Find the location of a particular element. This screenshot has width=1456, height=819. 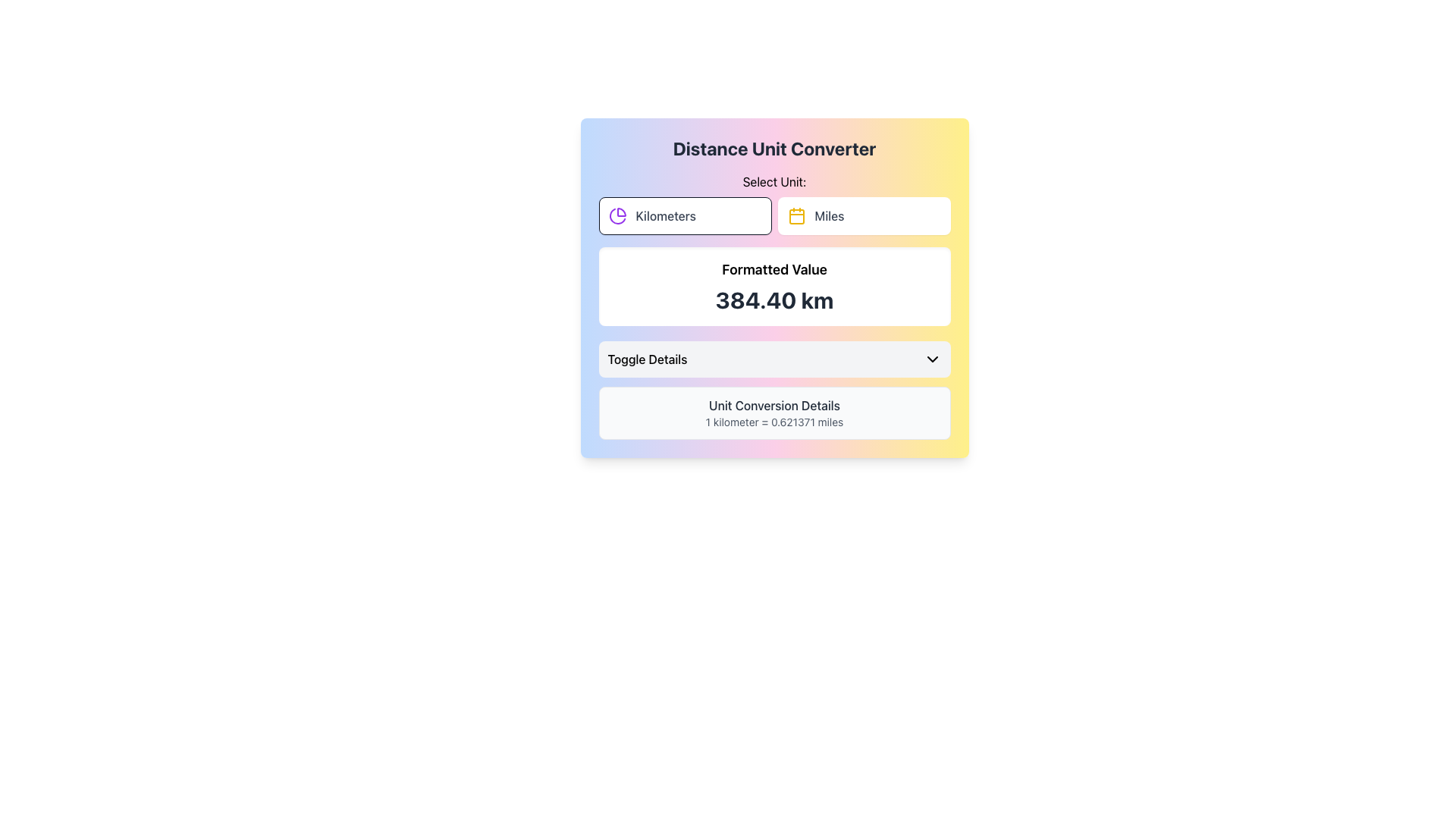

the purple pie chart icon located within the 'Kilometers' button, positioned immediately before the text label 'Kilometers' is located at coordinates (617, 216).